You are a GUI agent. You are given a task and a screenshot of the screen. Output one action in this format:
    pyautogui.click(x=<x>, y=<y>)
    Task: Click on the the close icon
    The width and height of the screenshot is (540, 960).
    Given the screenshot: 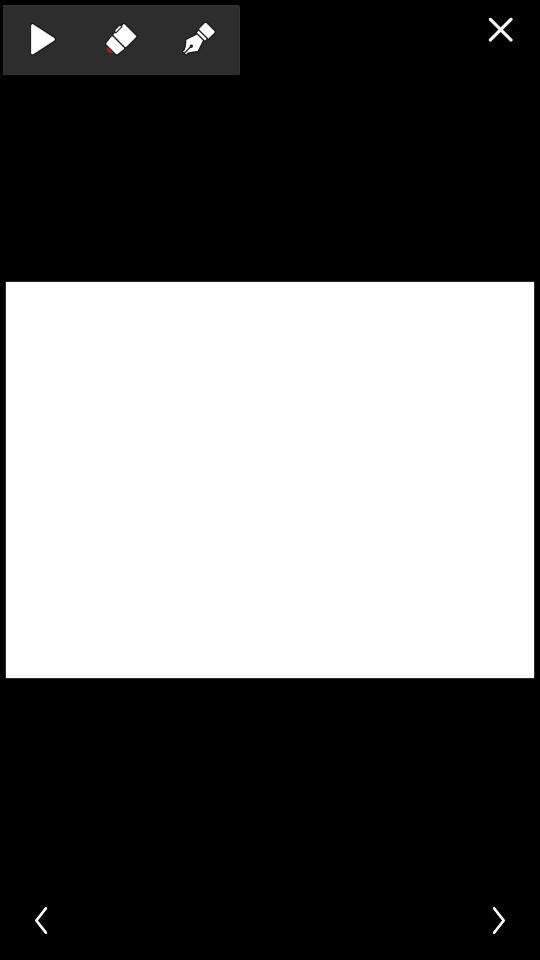 What is the action you would take?
    pyautogui.click(x=499, y=28)
    